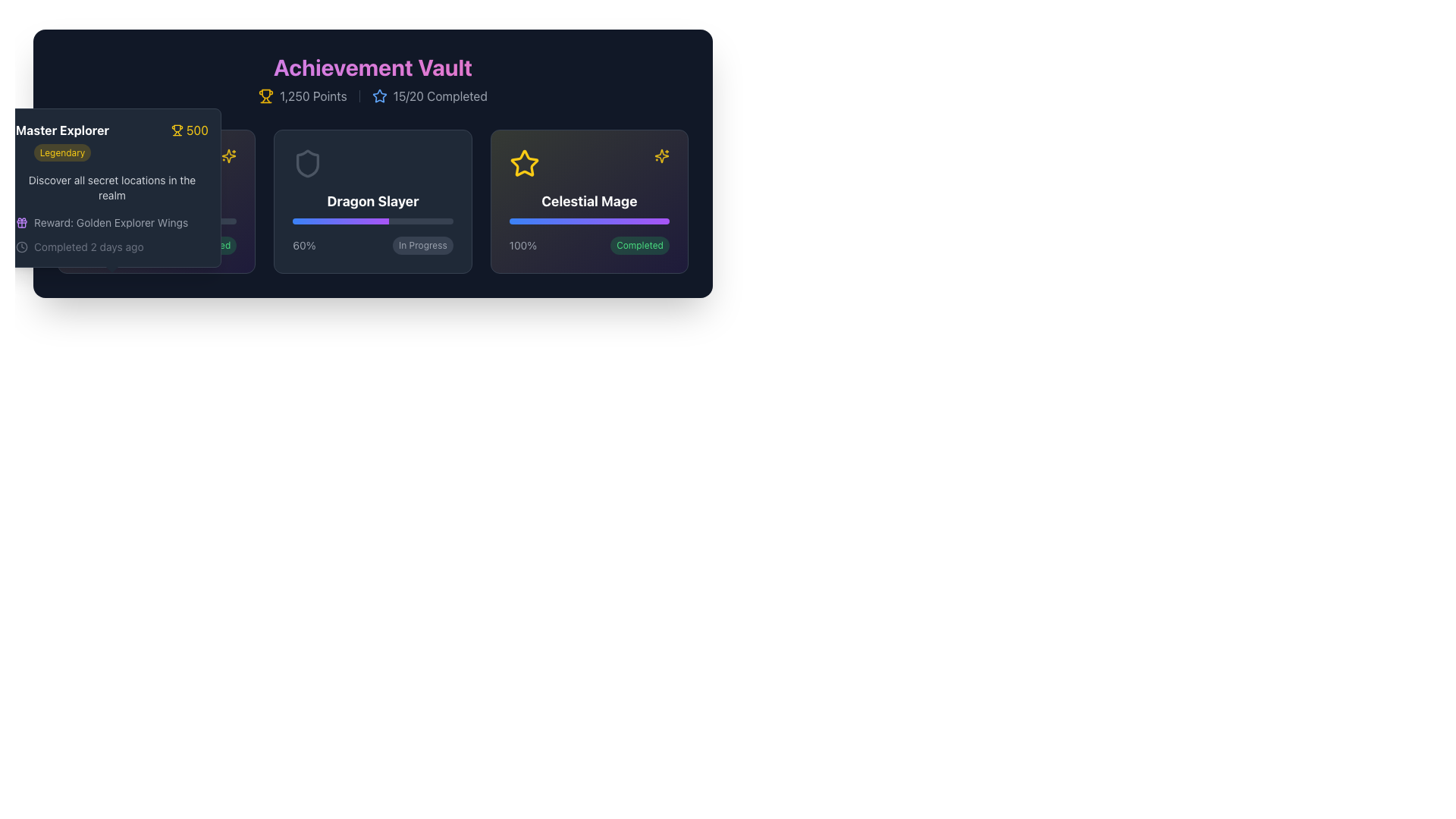  What do you see at coordinates (640, 245) in the screenshot?
I see `the status indicator label located in the bottom-right corner of the 'Celestial Mage' section, which indicates that the associated achievement has been completed` at bounding box center [640, 245].